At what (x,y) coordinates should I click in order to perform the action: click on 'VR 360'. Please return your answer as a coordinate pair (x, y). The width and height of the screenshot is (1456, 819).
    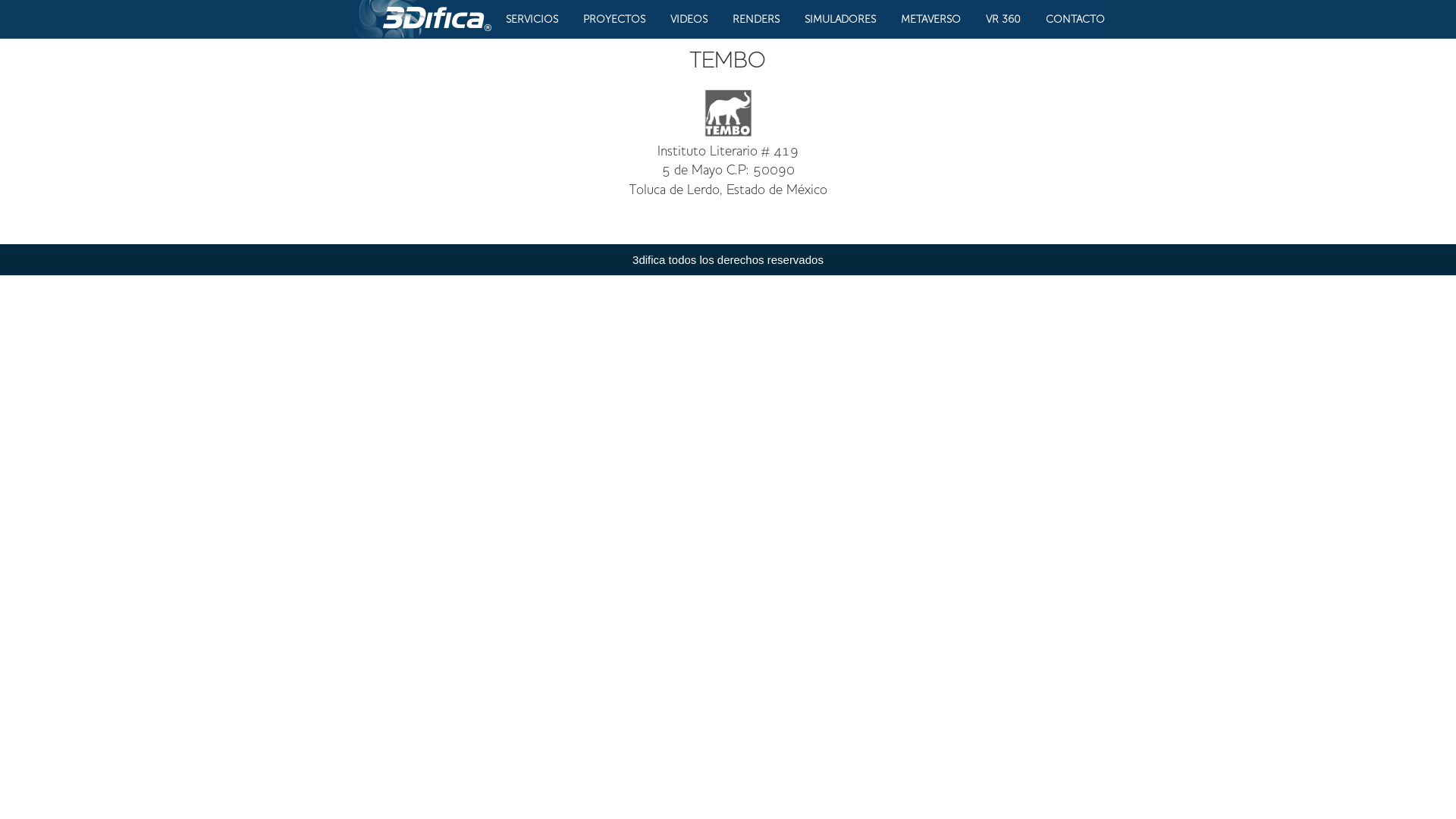
    Looking at the image, I should click on (1003, 20).